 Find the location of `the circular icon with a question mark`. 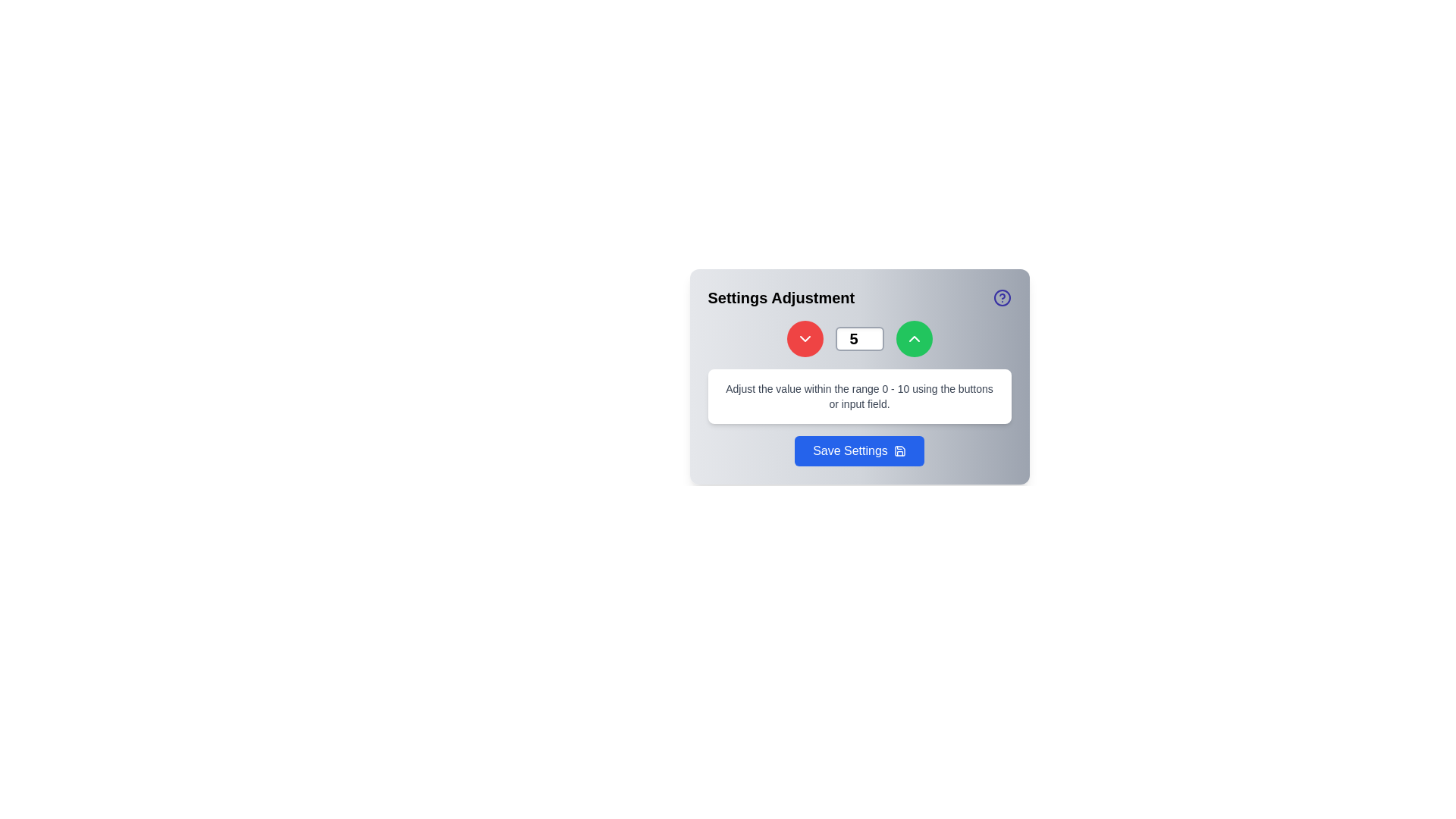

the circular icon with a question mark is located at coordinates (1002, 298).